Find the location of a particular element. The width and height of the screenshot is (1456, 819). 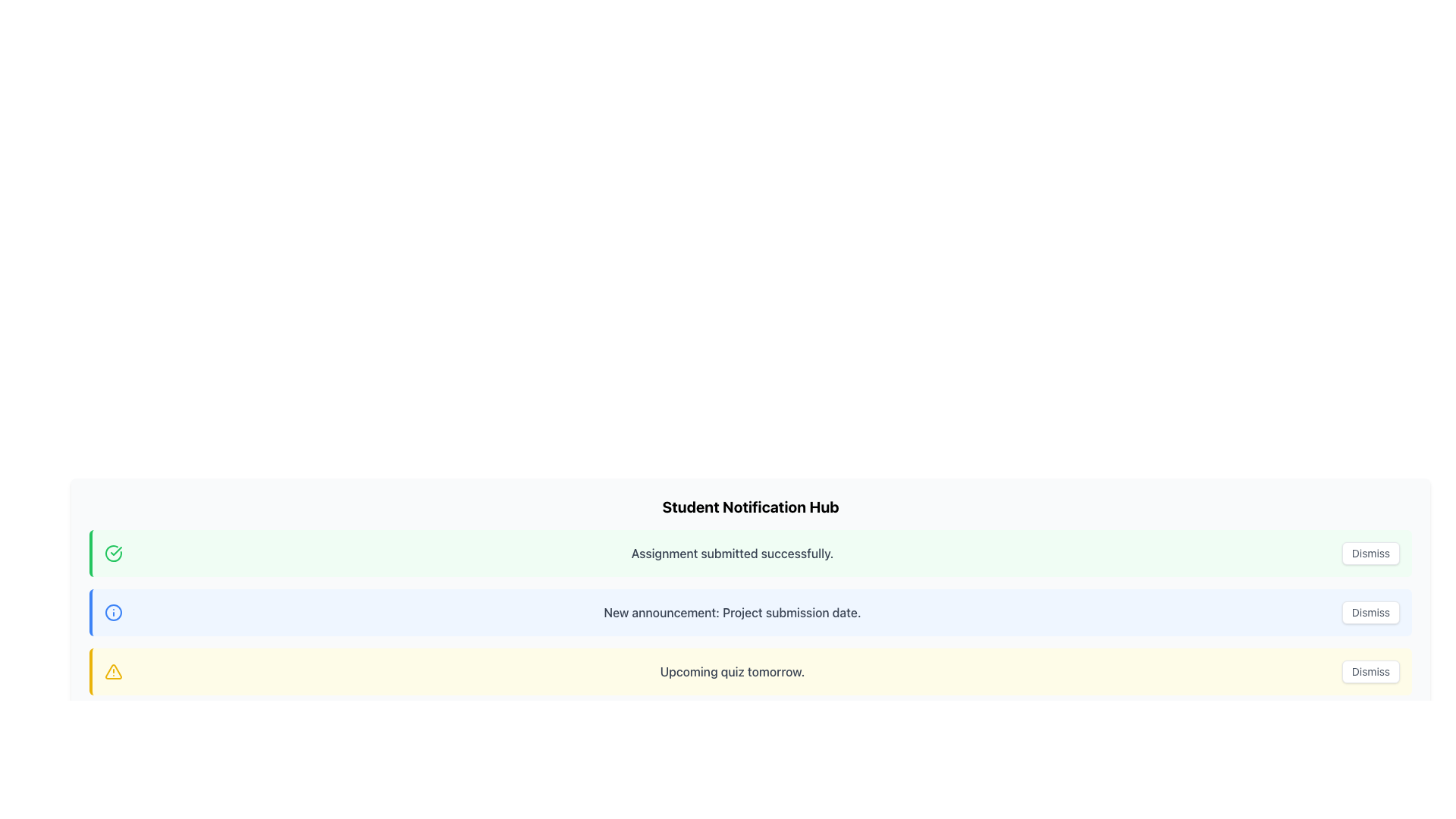

the yellow warning triangle icon with an exclamation mark, located in the notification bar, next to the text 'Upcoming quiz tomorrow.' is located at coordinates (112, 671).